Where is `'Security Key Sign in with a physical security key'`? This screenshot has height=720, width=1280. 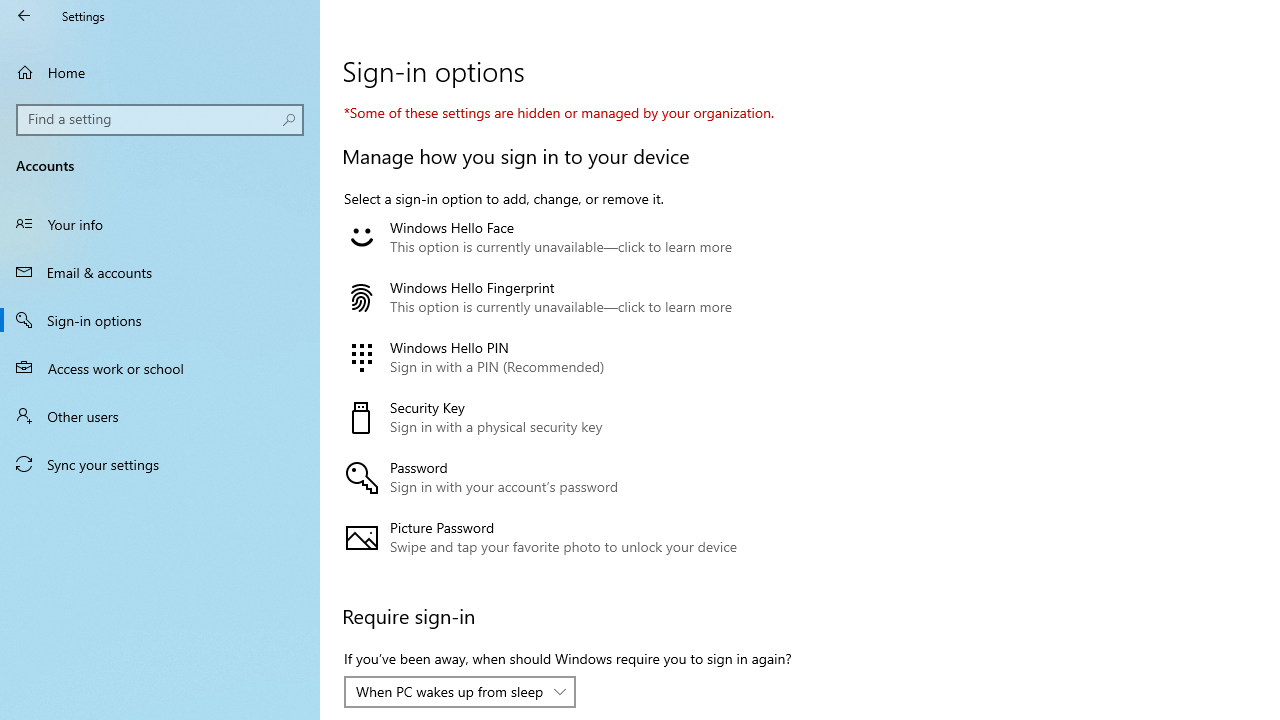 'Security Key Sign in with a physical security key' is located at coordinates (562, 416).